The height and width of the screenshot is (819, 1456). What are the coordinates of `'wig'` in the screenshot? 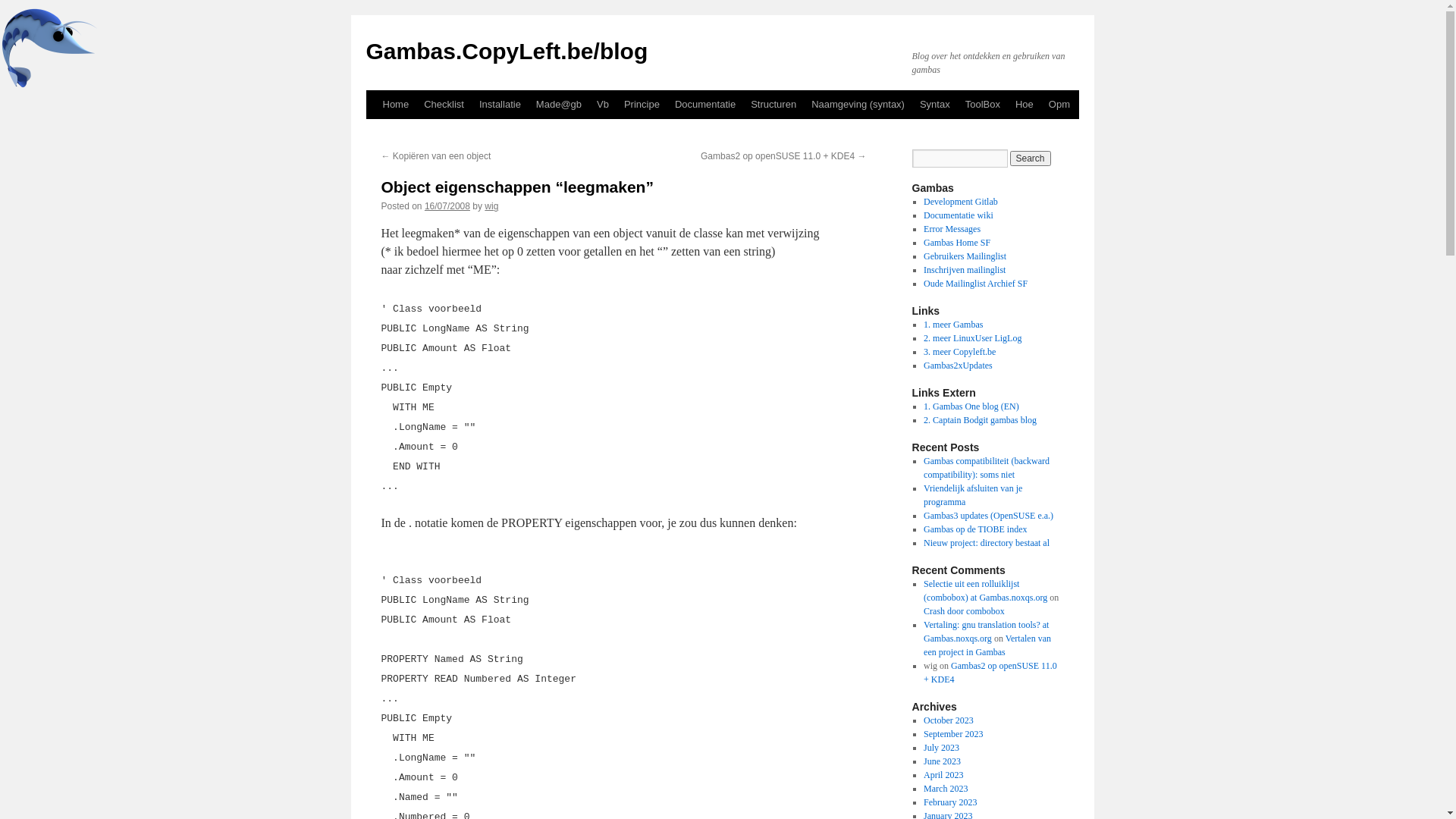 It's located at (491, 206).